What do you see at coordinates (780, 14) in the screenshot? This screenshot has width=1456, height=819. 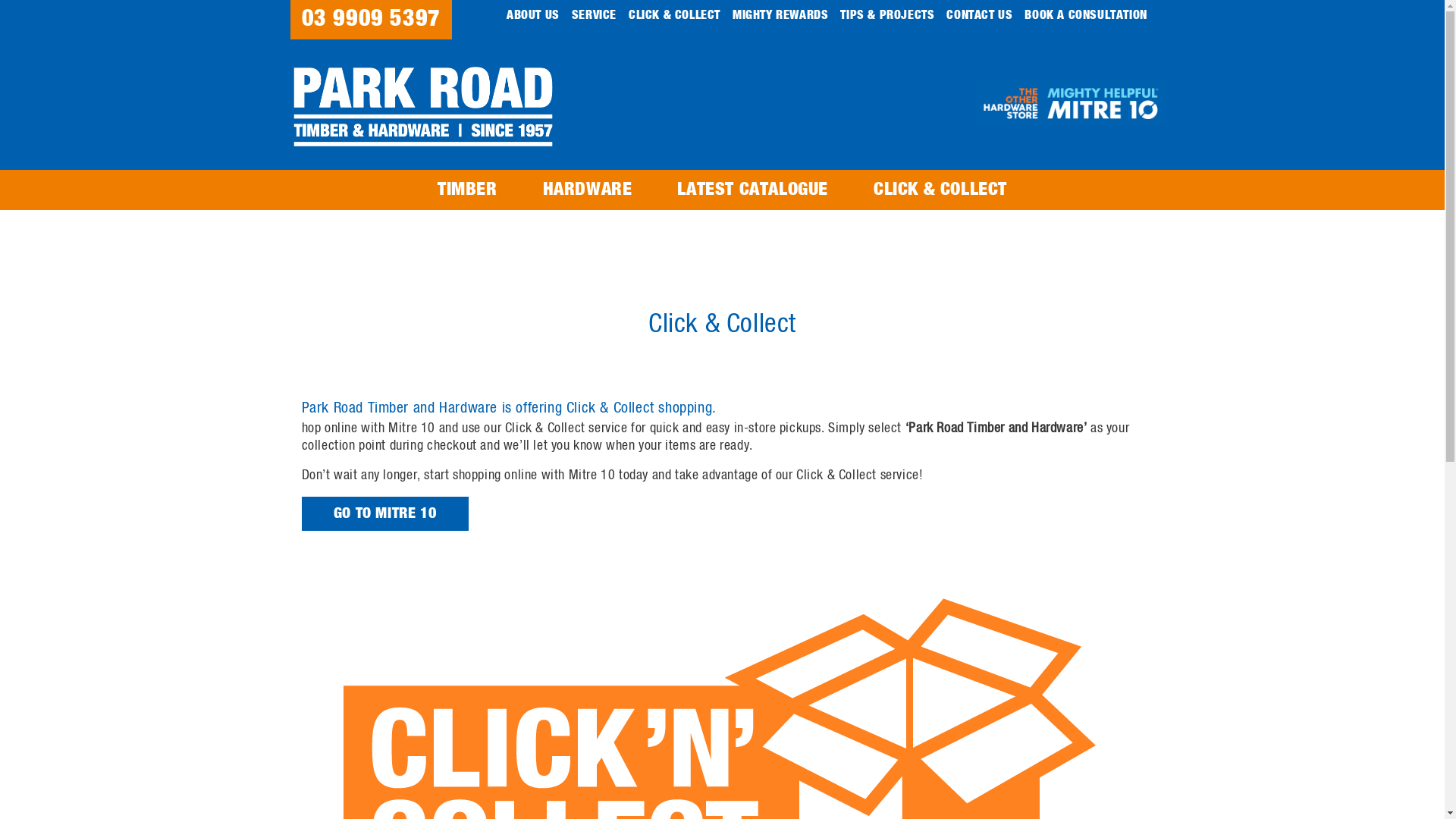 I see `'MIGHTY REWARDS'` at bounding box center [780, 14].